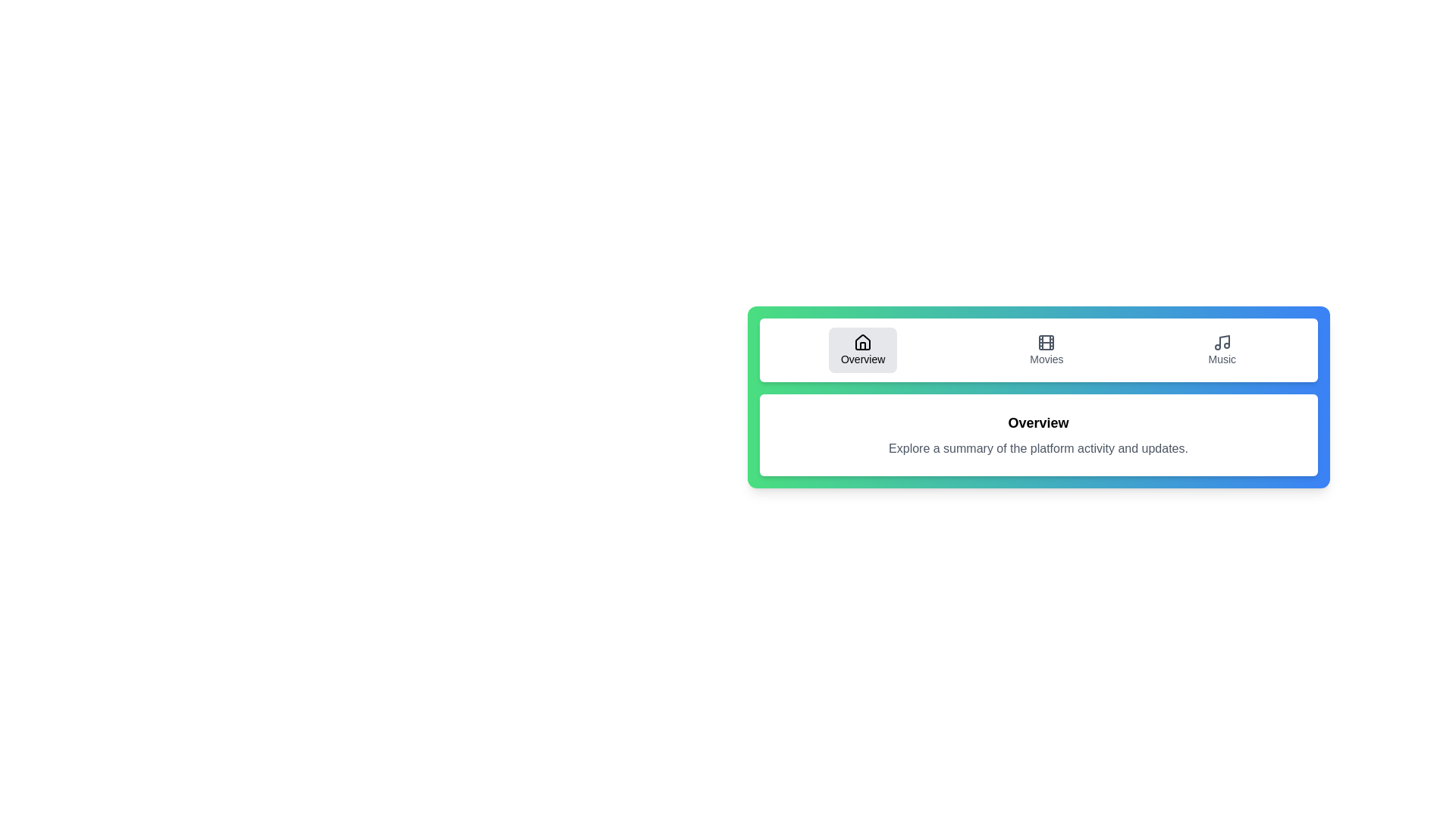 This screenshot has height=819, width=1456. What do you see at coordinates (1046, 350) in the screenshot?
I see `the tab with title Movies to observe its hover effect` at bounding box center [1046, 350].